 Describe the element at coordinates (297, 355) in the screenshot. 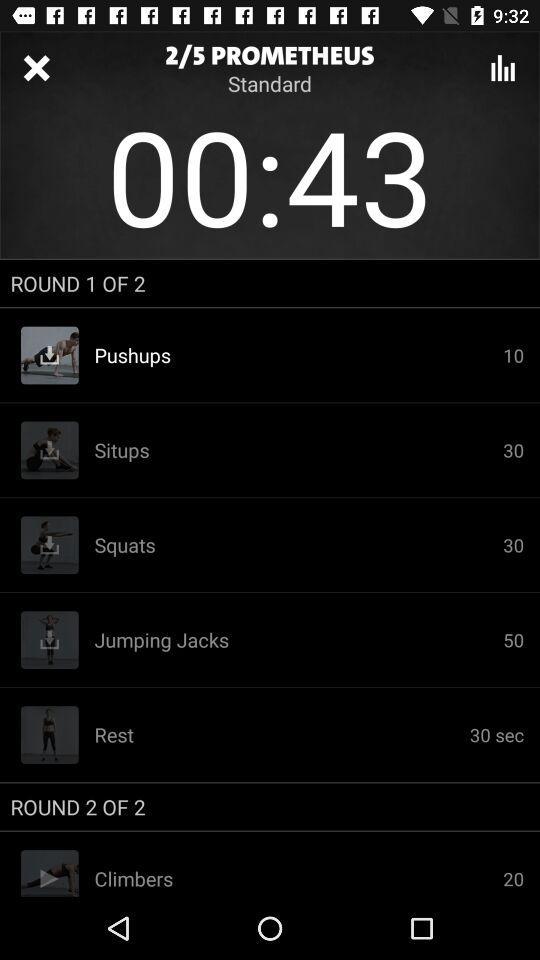

I see `item to the left of 30` at that location.